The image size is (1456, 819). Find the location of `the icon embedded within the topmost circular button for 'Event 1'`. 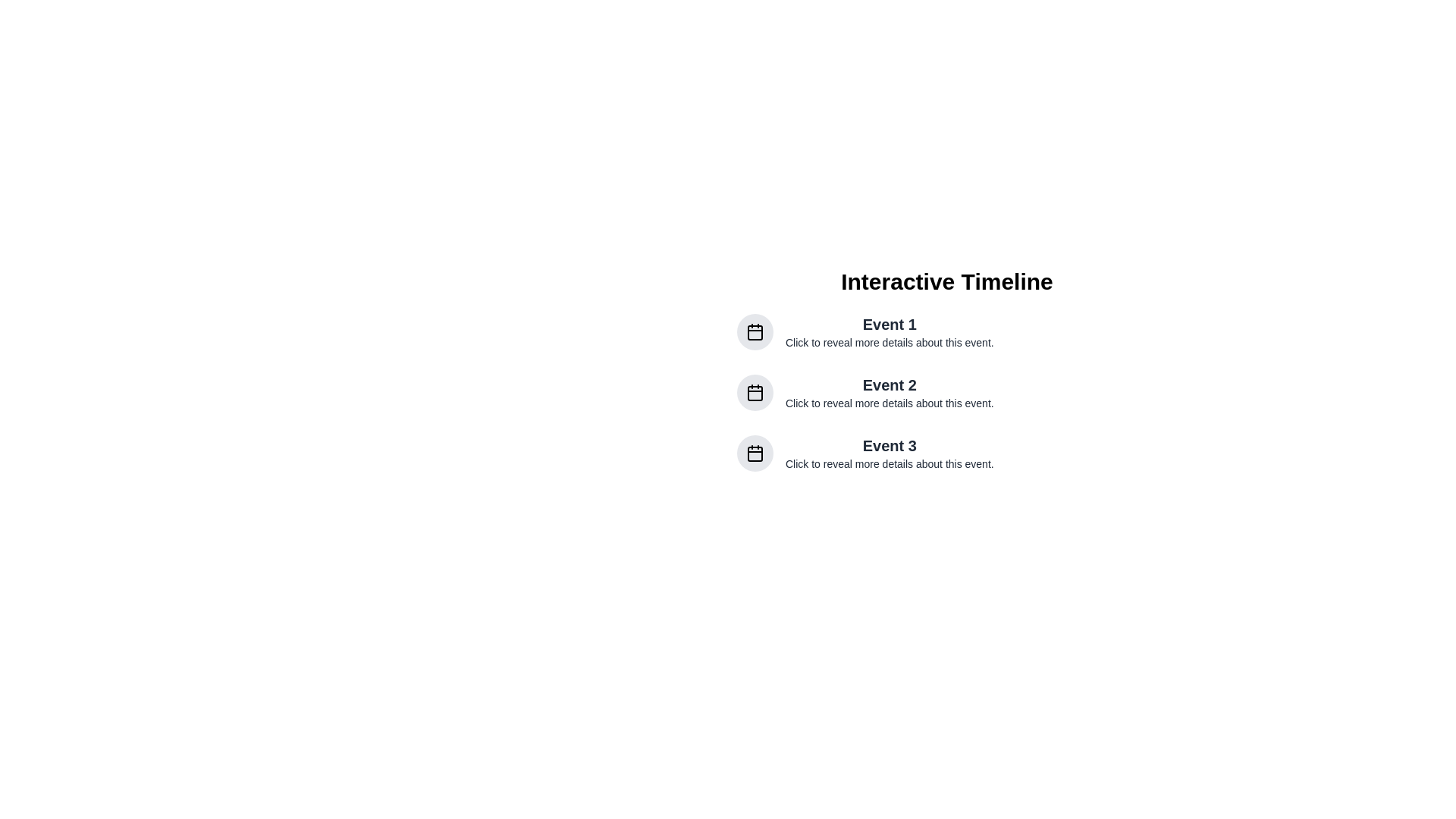

the icon embedded within the topmost circular button for 'Event 1' is located at coordinates (755, 331).